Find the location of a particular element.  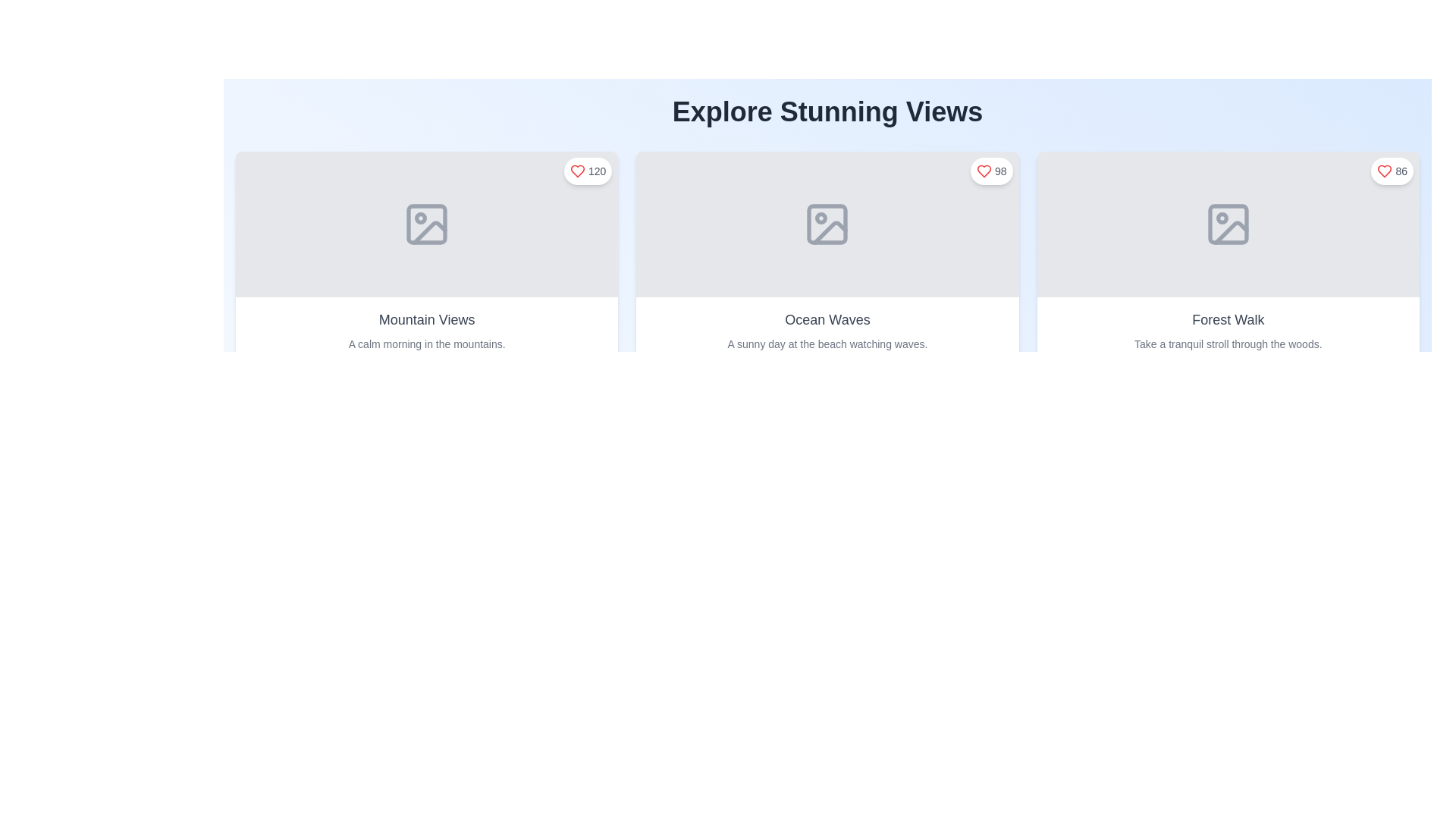

the rectangular decorative component styled in light gray, located at the center of the second card titled 'Ocean Waves' is located at coordinates (827, 224).